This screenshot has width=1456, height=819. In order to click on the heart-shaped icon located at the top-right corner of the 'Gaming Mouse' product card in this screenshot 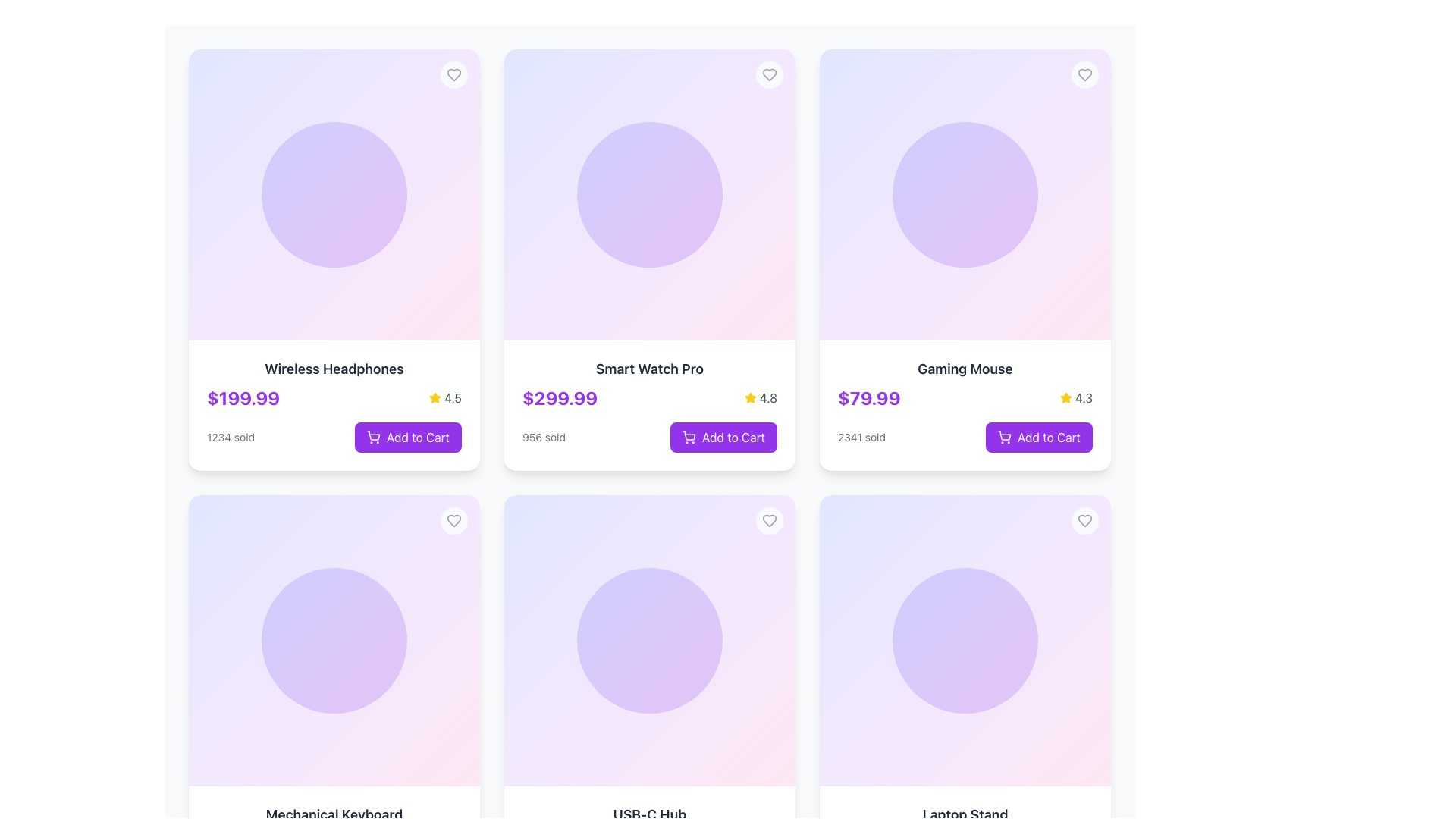, I will do `click(1084, 75)`.